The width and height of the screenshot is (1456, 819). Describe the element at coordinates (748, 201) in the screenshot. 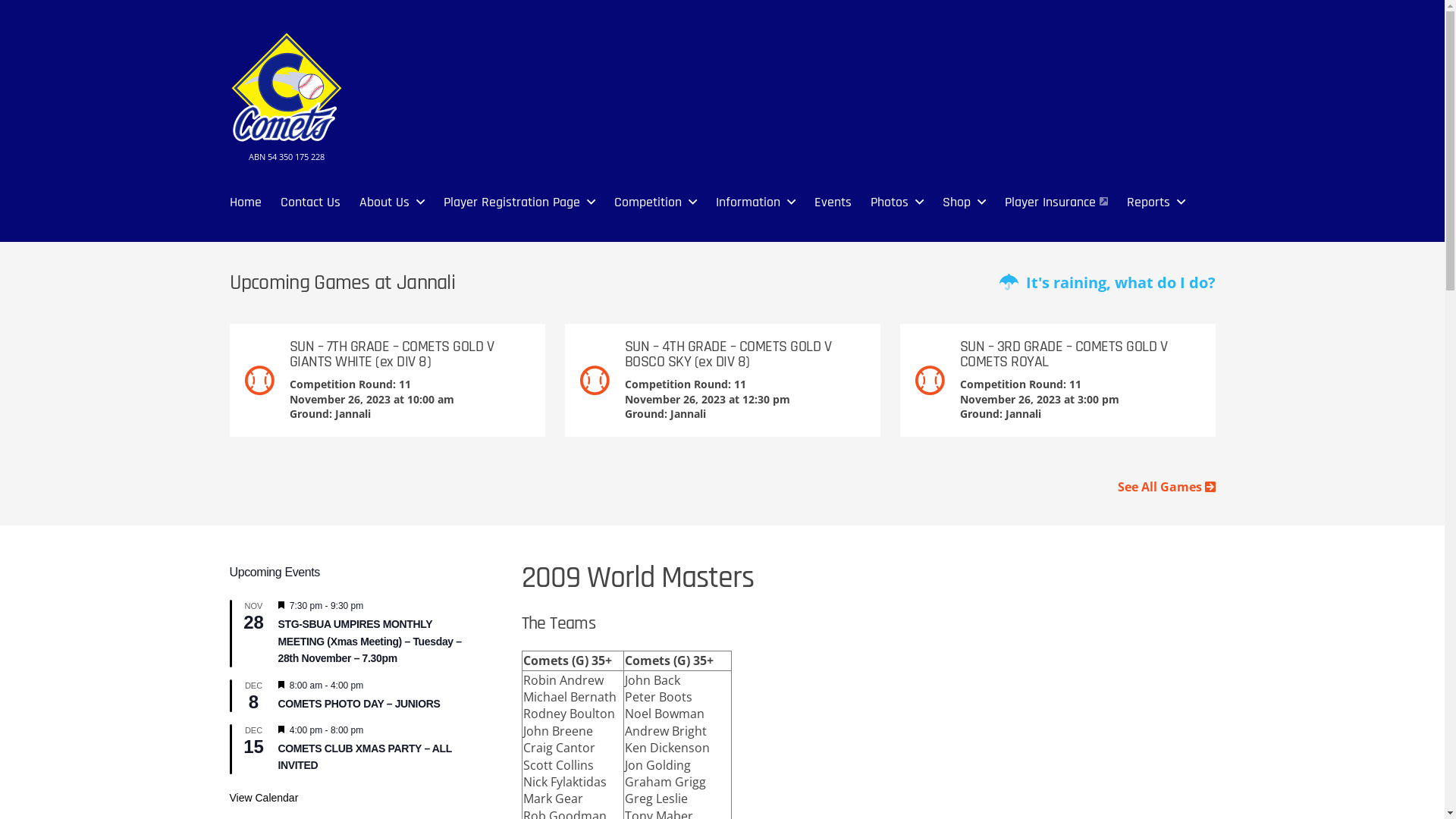

I see `'Information'` at that location.